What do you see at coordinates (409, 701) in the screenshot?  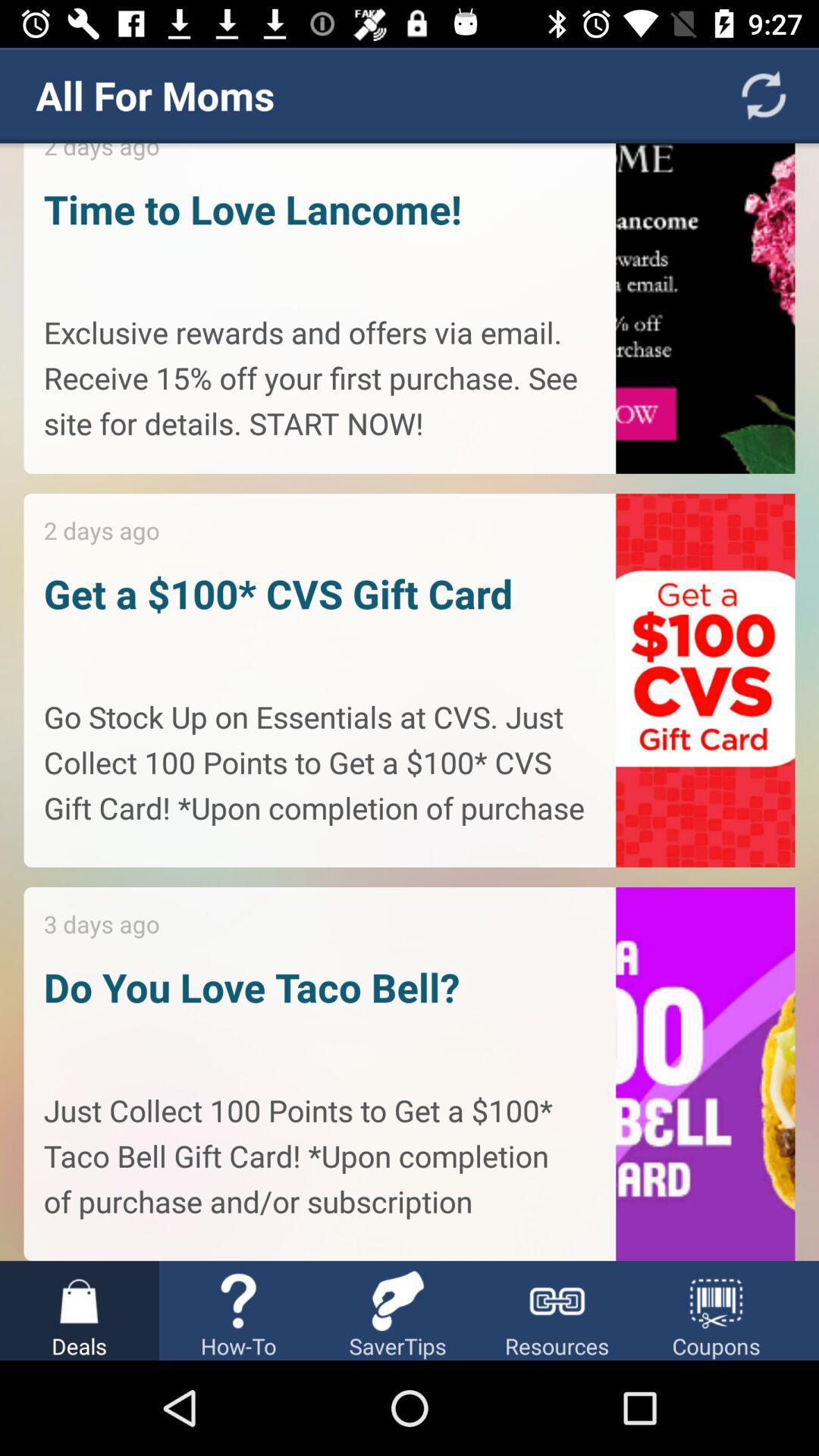 I see `item below the all for moms app` at bounding box center [409, 701].